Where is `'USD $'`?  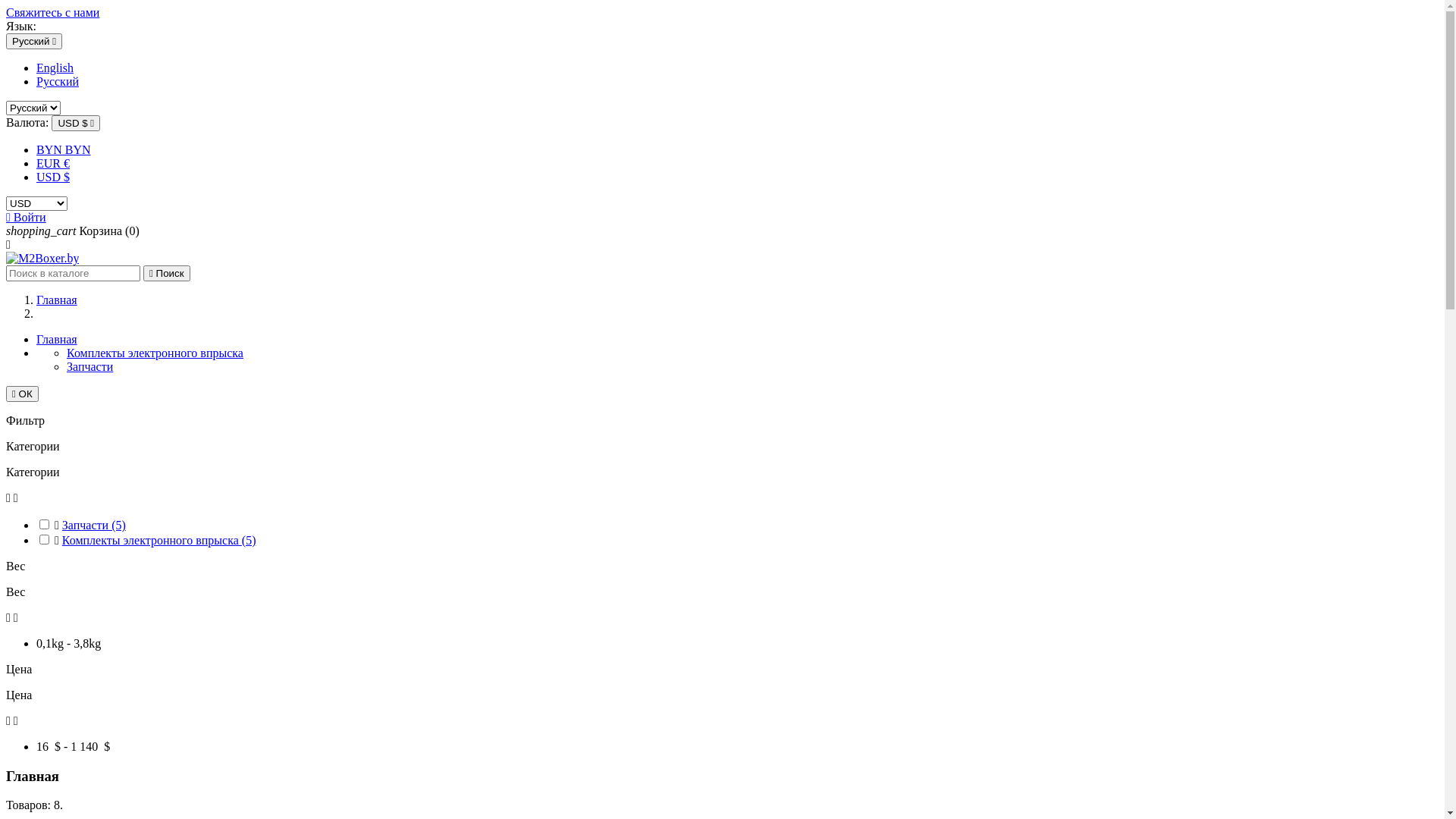
'USD $' is located at coordinates (36, 176).